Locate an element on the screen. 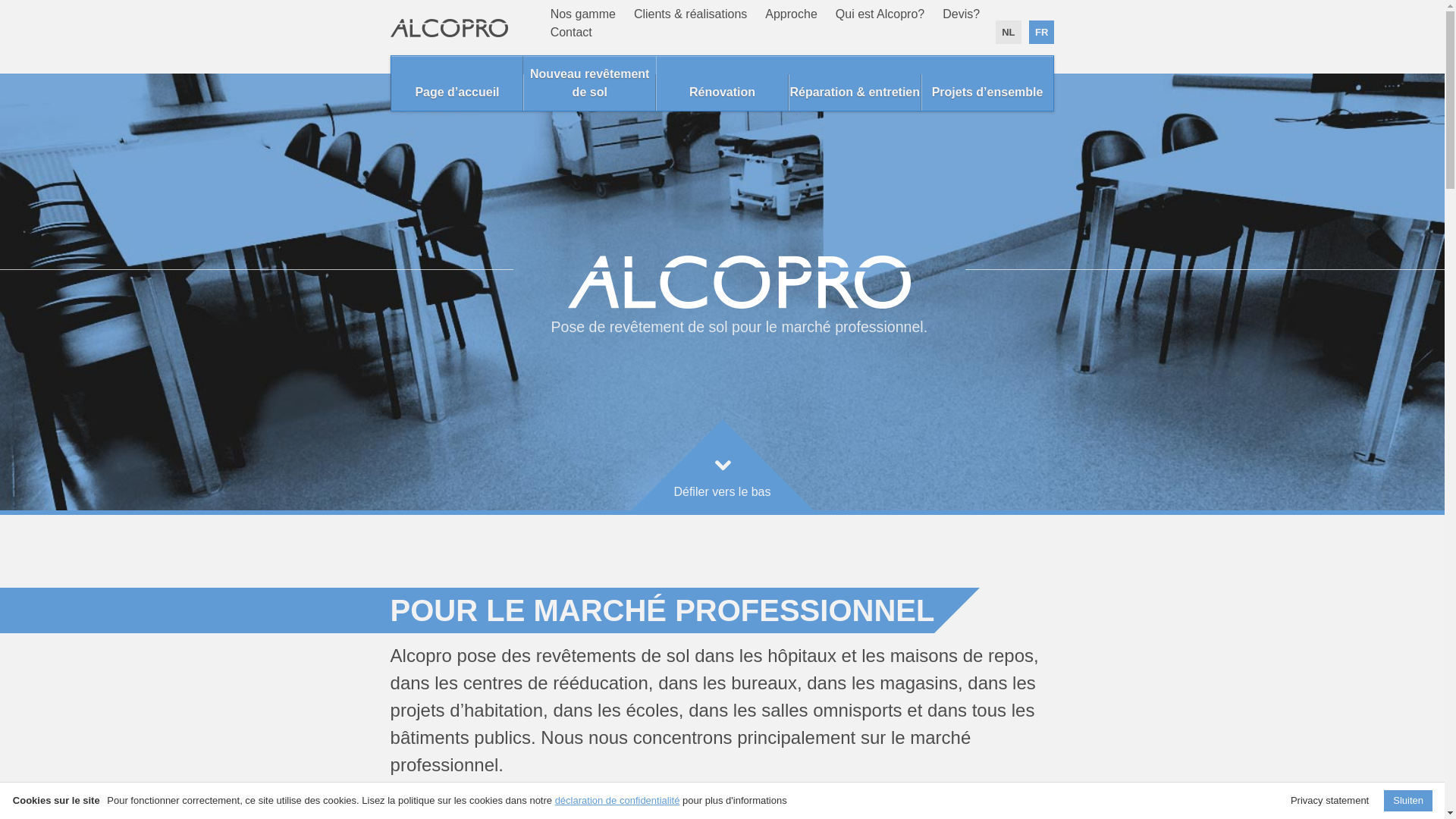  'Contact' is located at coordinates (549, 32).